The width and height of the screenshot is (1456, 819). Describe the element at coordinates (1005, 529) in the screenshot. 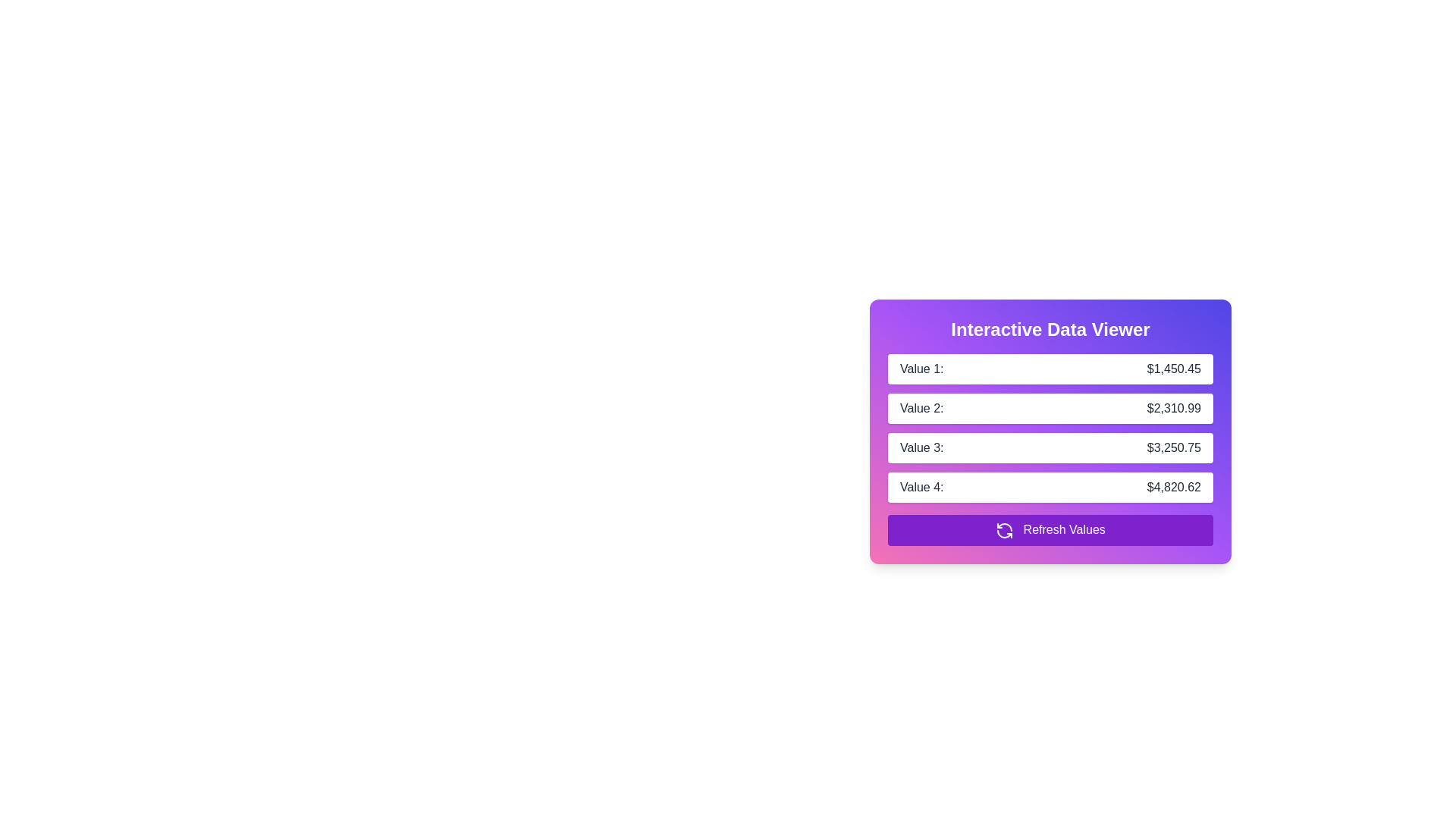

I see `the 'Refresh Values' button located at the bottom-right corner of the interface, which contains the refresh icon` at that location.